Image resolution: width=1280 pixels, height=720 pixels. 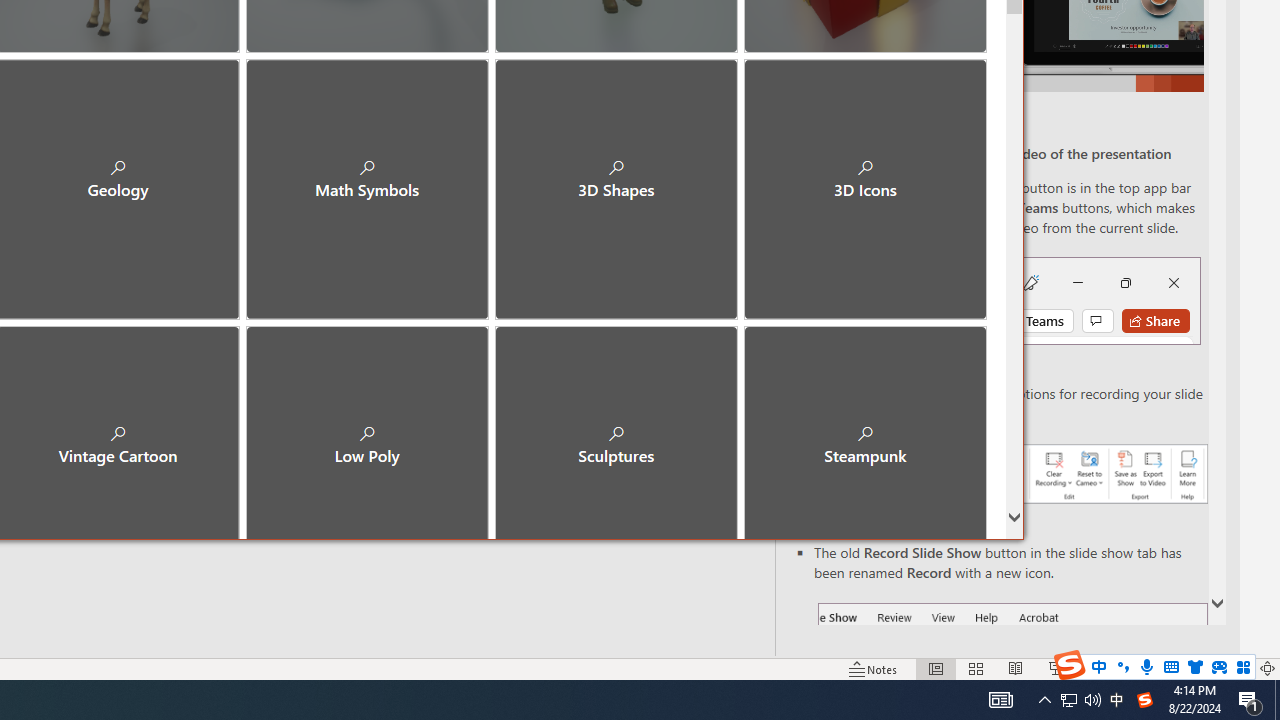 What do you see at coordinates (367, 428) in the screenshot?
I see `'Low Poly'` at bounding box center [367, 428].